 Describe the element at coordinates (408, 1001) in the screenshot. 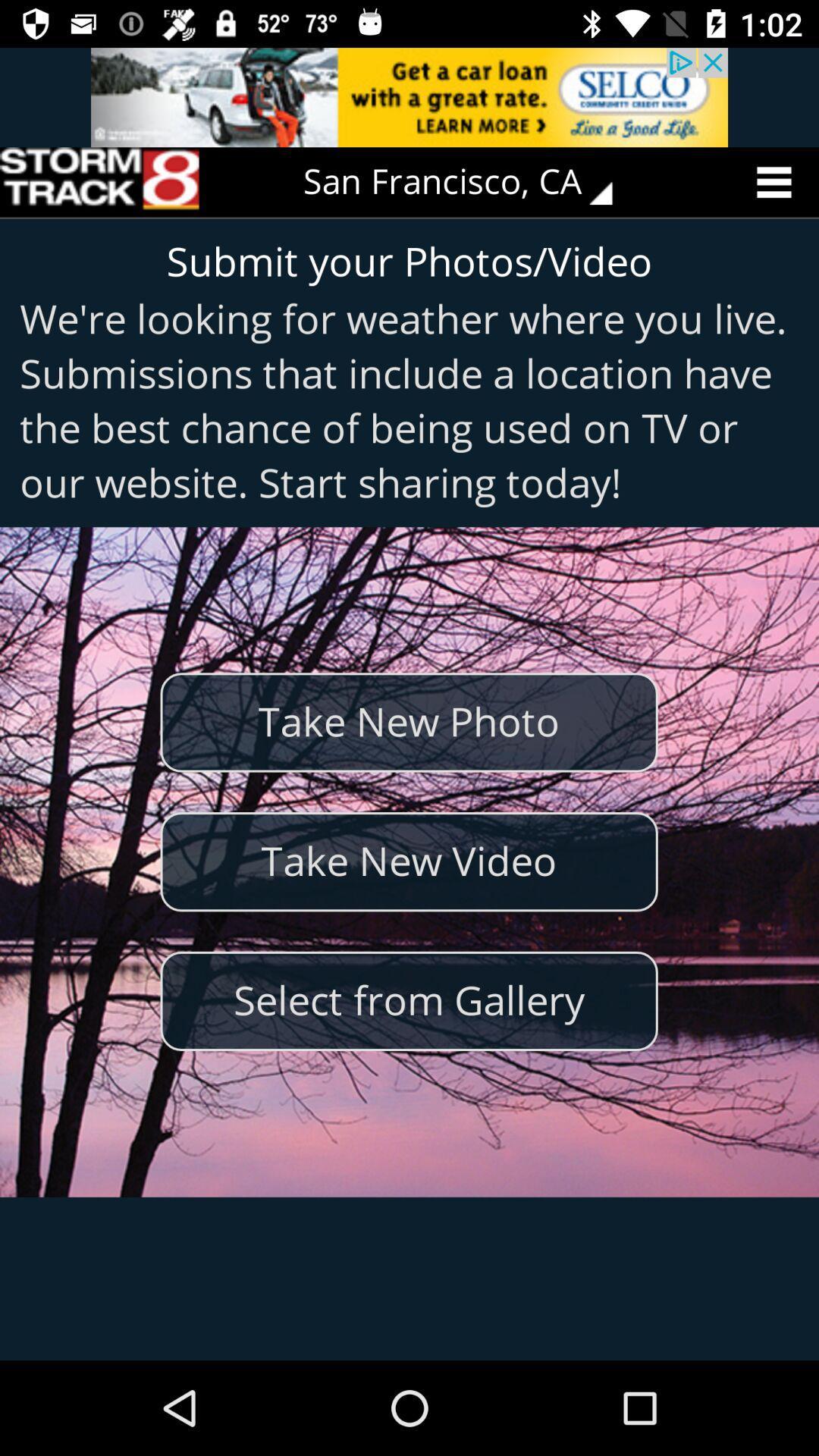

I see `select from gallery item` at that location.